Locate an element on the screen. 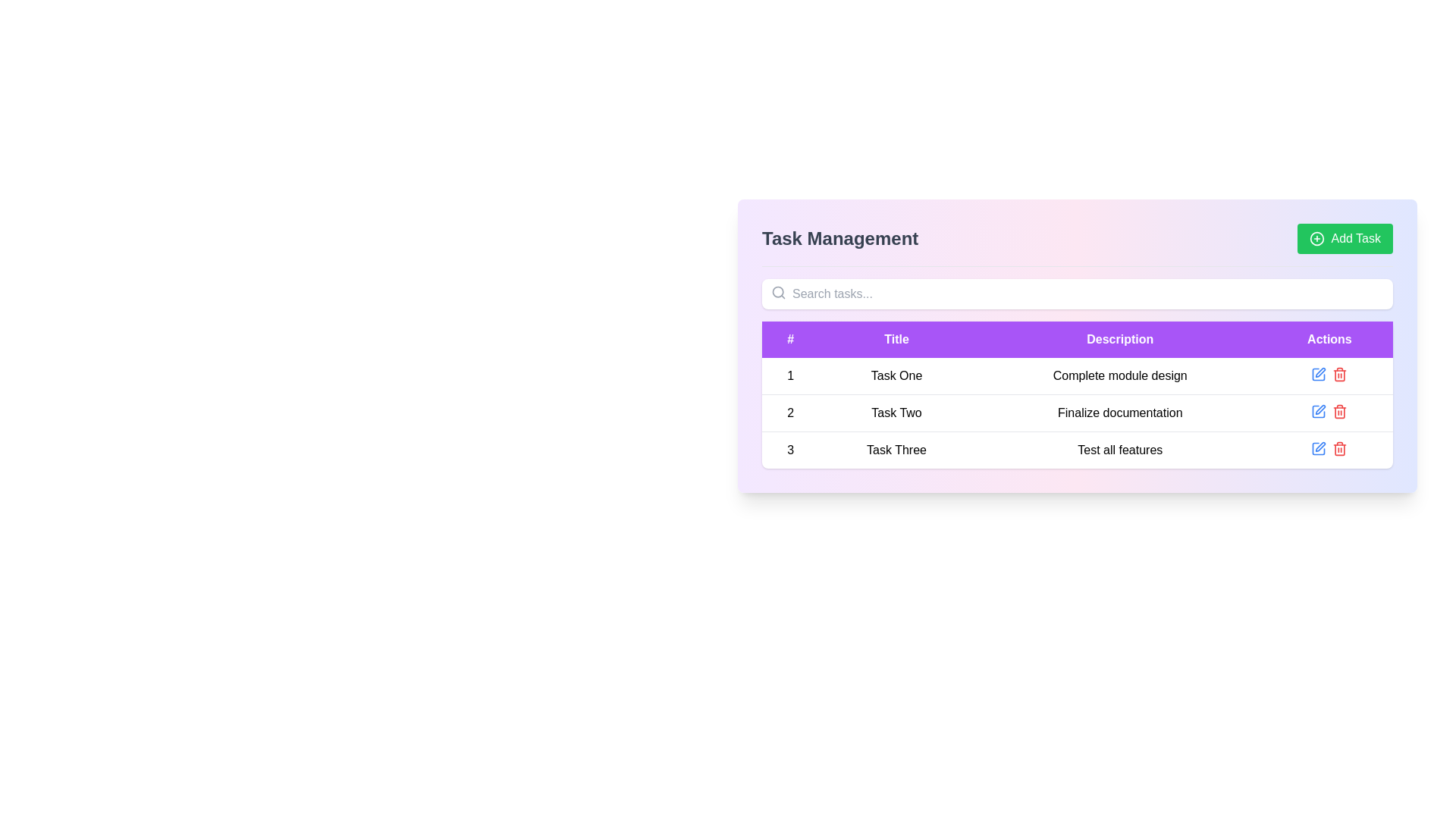 This screenshot has height=819, width=1456. the column header representing the index in the table, which is labeled `#` and located in the top-left corner of the table header row is located at coordinates (789, 338).